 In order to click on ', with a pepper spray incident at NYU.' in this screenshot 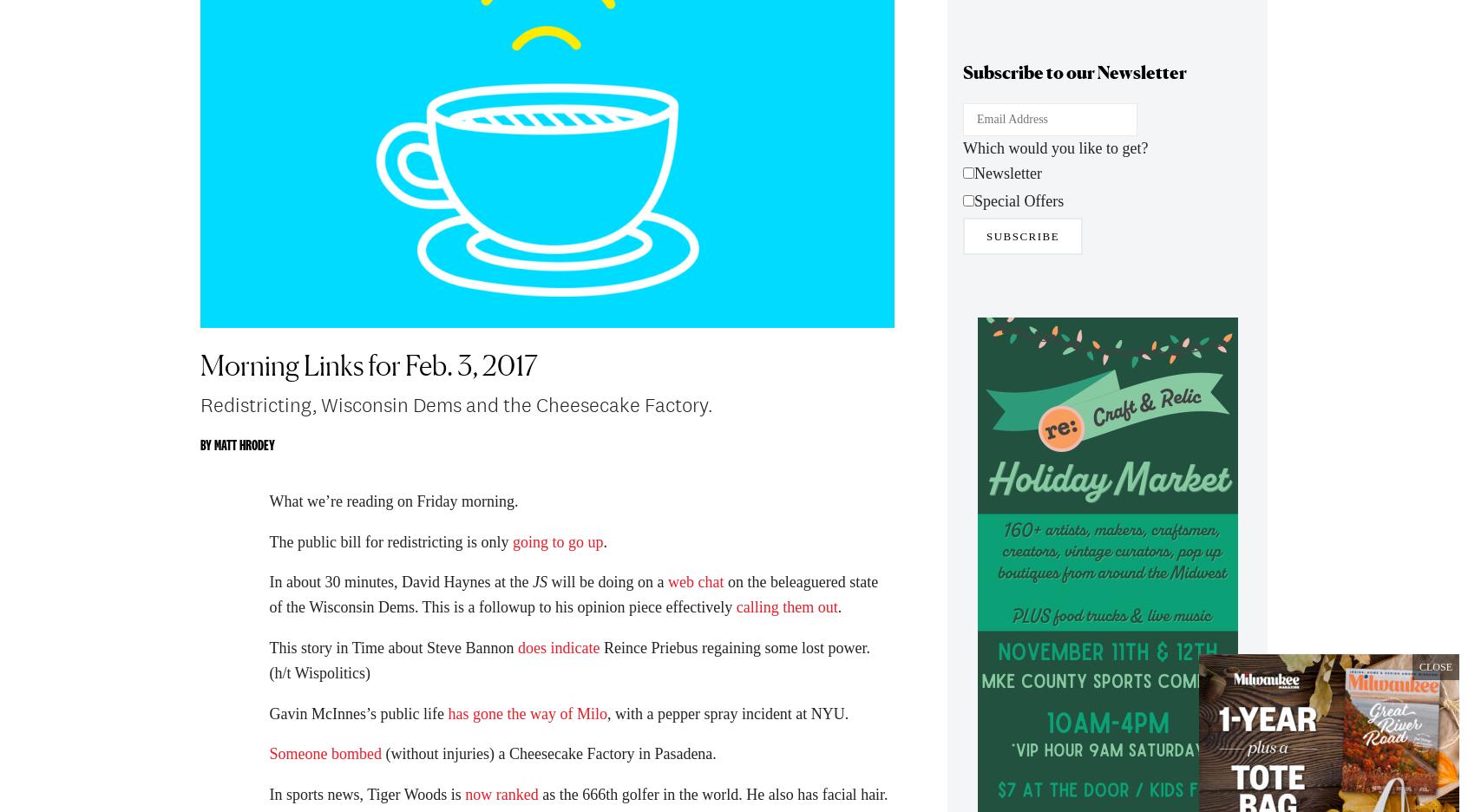, I will do `click(727, 722)`.